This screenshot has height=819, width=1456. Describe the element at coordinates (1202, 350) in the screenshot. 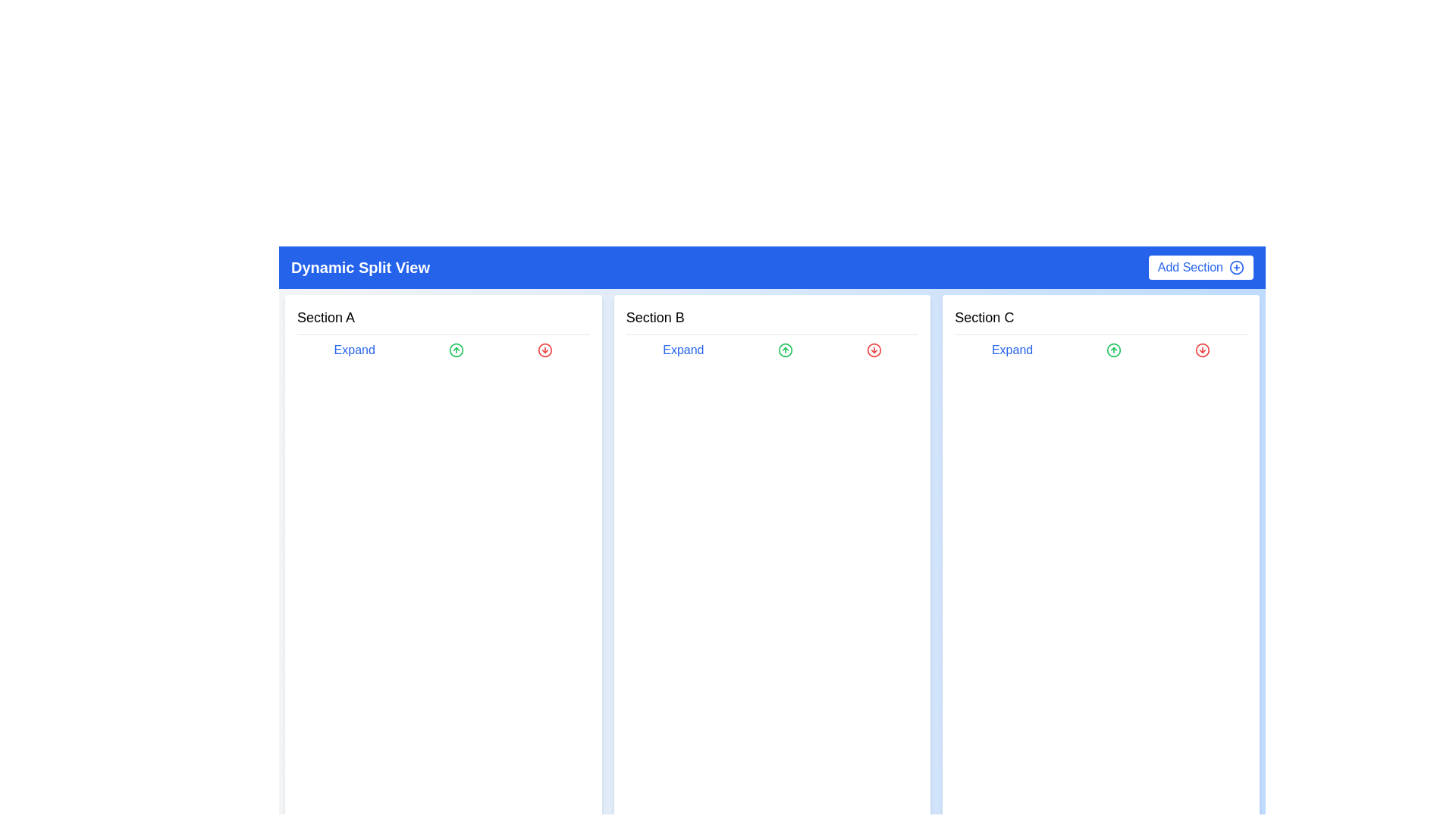

I see `the icon button in Section C, located at the top-right of the section` at that location.